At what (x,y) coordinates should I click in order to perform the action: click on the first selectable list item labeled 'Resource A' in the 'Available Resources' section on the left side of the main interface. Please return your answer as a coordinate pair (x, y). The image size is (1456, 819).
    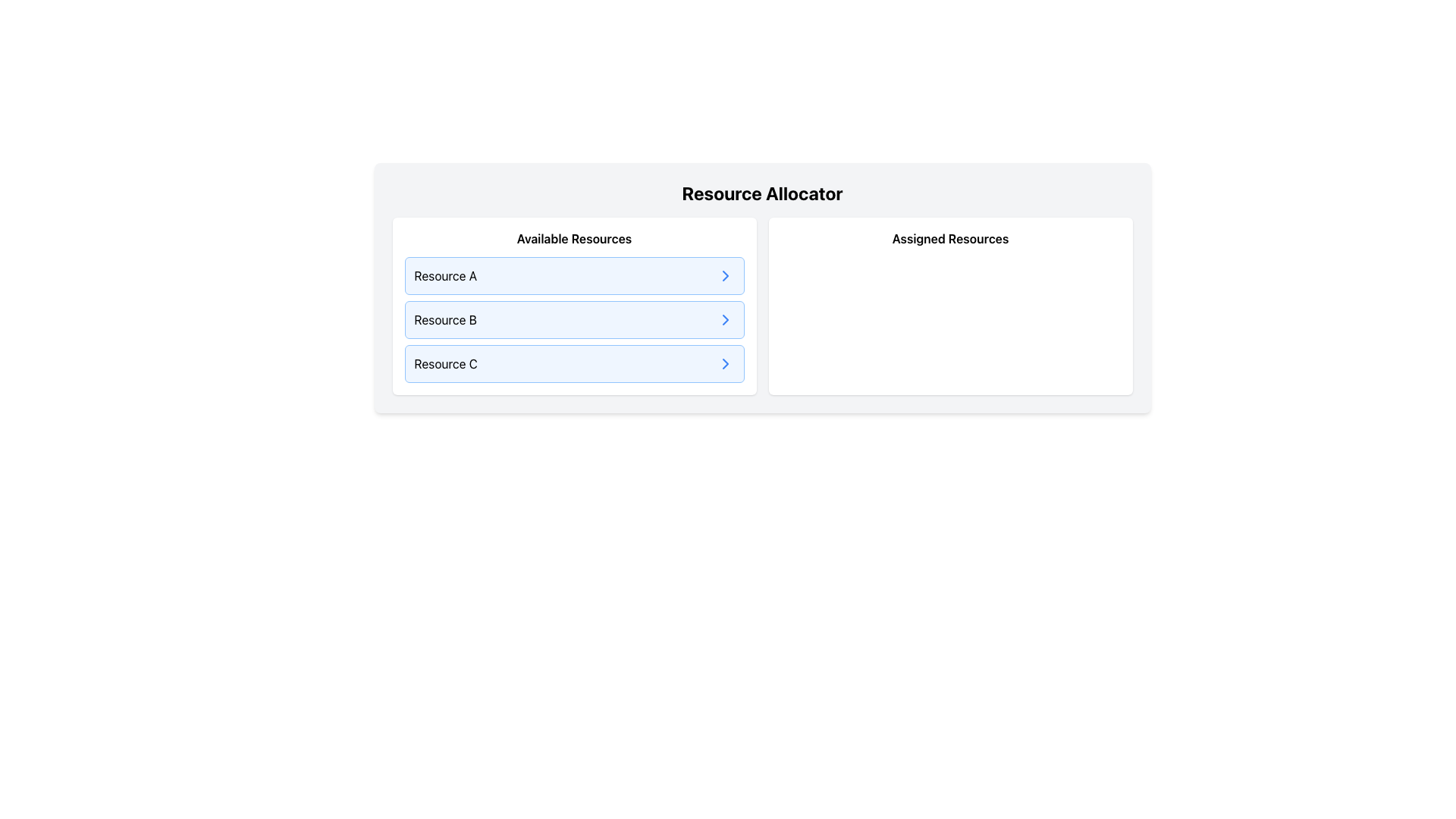
    Looking at the image, I should click on (573, 275).